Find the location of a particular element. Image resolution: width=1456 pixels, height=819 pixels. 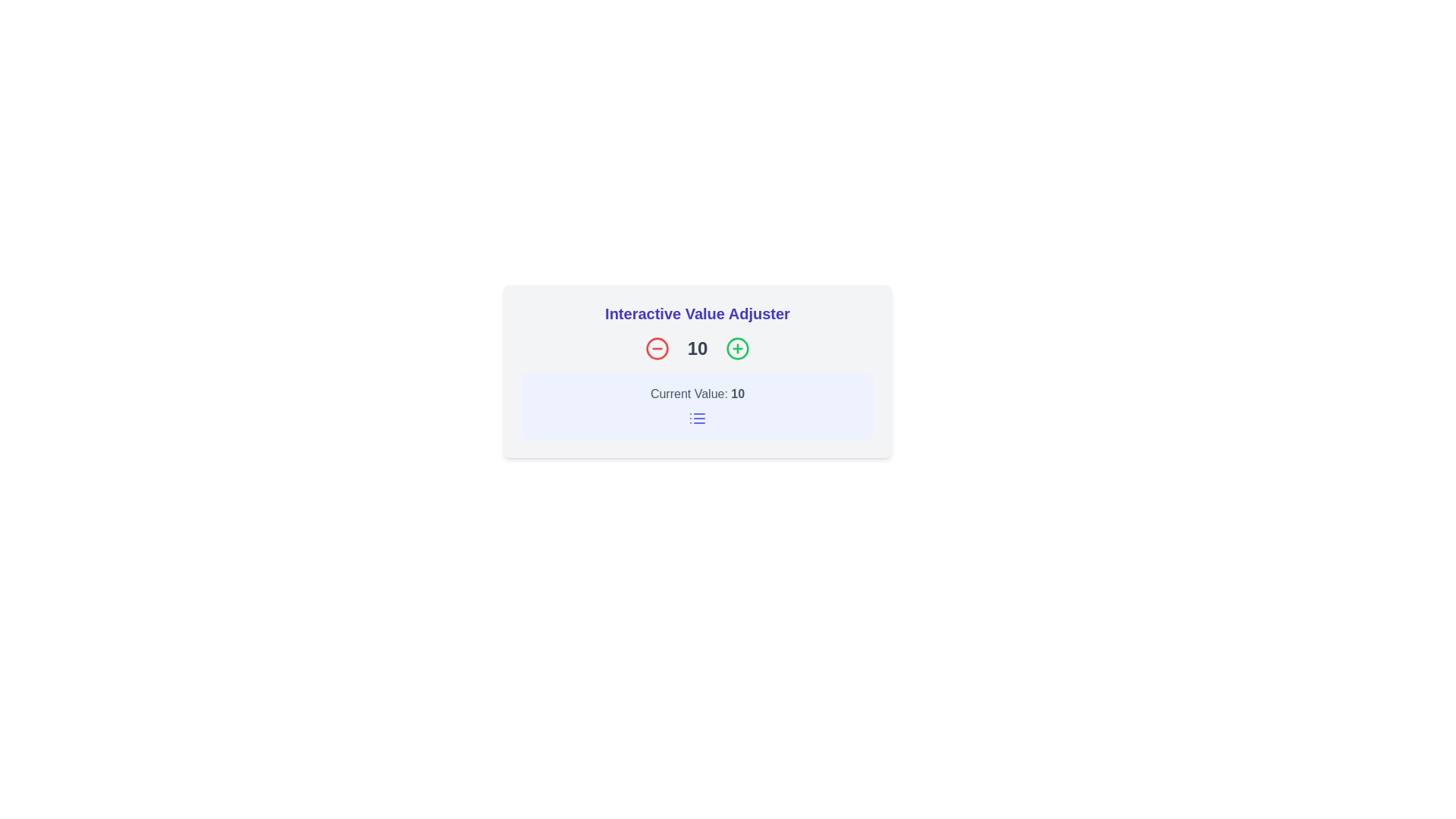

the Value Adjuster Widget, which features a light gray background, bold blue text 'Interactive Value Adjuster', a red minus icon, a green plus icon, and displays the current value '10' is located at coordinates (697, 371).